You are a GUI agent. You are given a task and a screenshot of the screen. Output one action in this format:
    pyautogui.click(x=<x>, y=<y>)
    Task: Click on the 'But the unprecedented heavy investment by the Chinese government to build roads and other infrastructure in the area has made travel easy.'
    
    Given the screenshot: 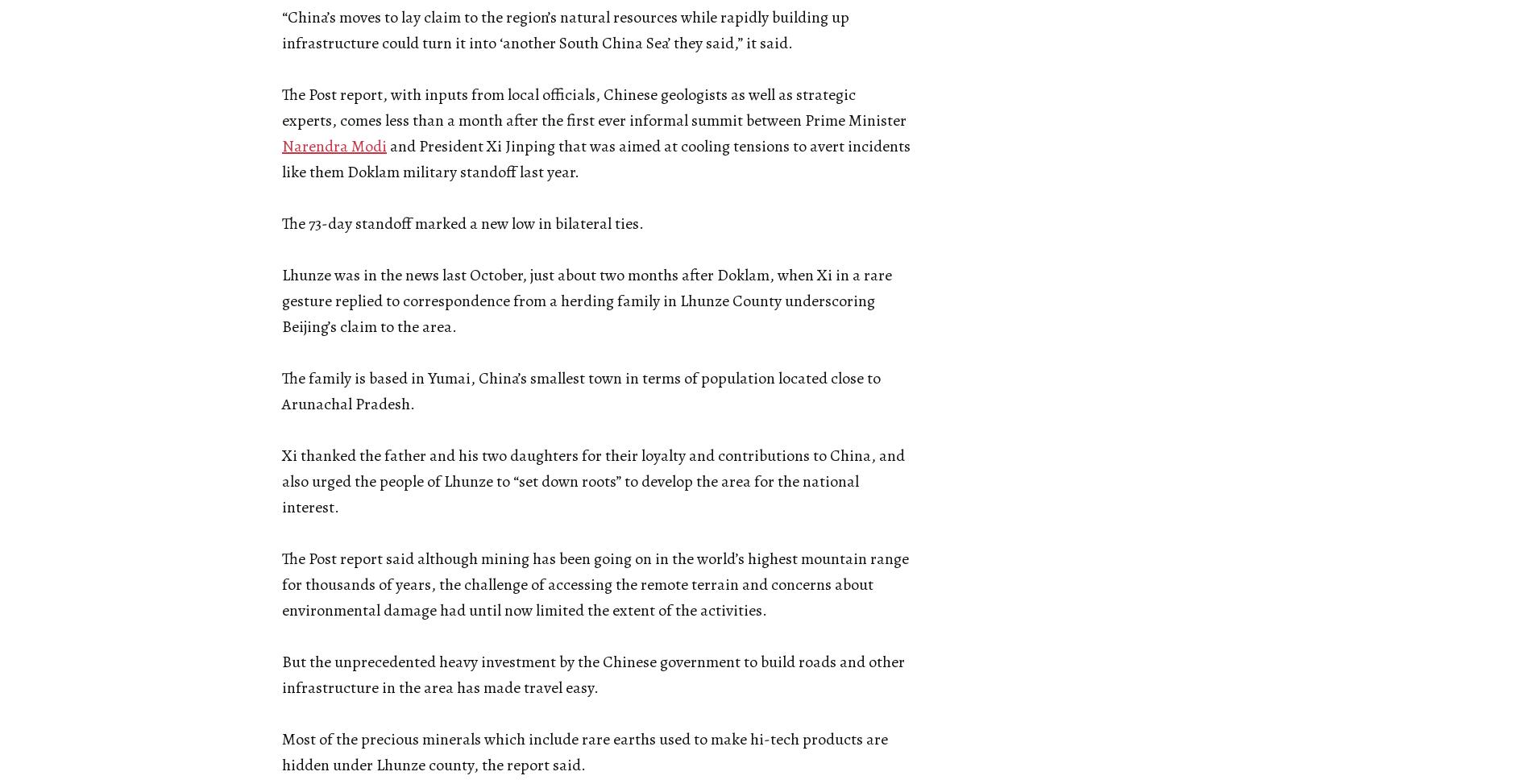 What is the action you would take?
    pyautogui.click(x=280, y=674)
    